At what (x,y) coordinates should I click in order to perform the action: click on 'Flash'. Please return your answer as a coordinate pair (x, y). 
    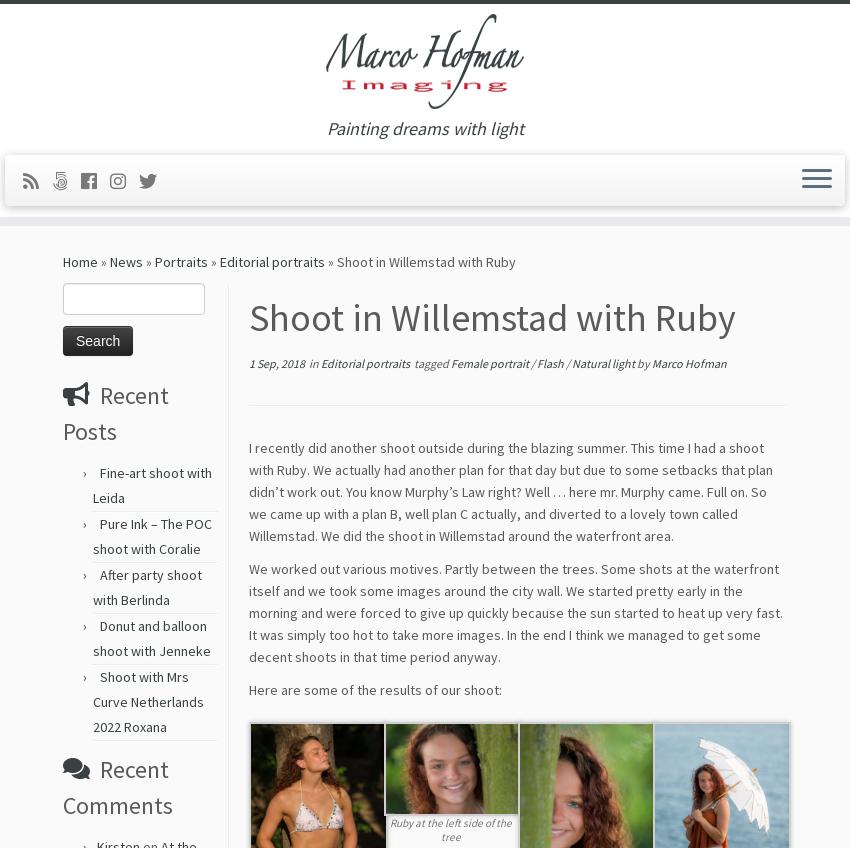
    Looking at the image, I should click on (550, 369).